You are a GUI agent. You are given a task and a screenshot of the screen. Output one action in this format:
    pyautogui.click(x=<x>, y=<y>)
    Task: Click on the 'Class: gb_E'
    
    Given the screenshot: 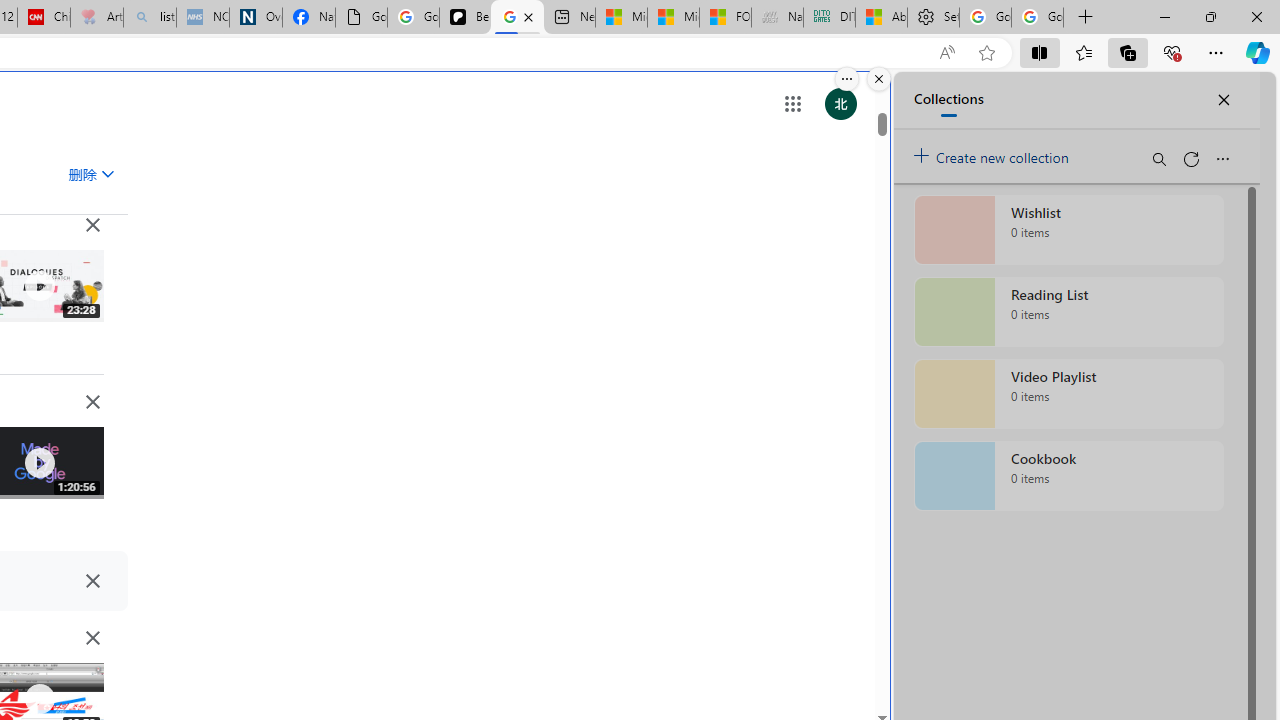 What is the action you would take?
    pyautogui.click(x=791, y=104)
    